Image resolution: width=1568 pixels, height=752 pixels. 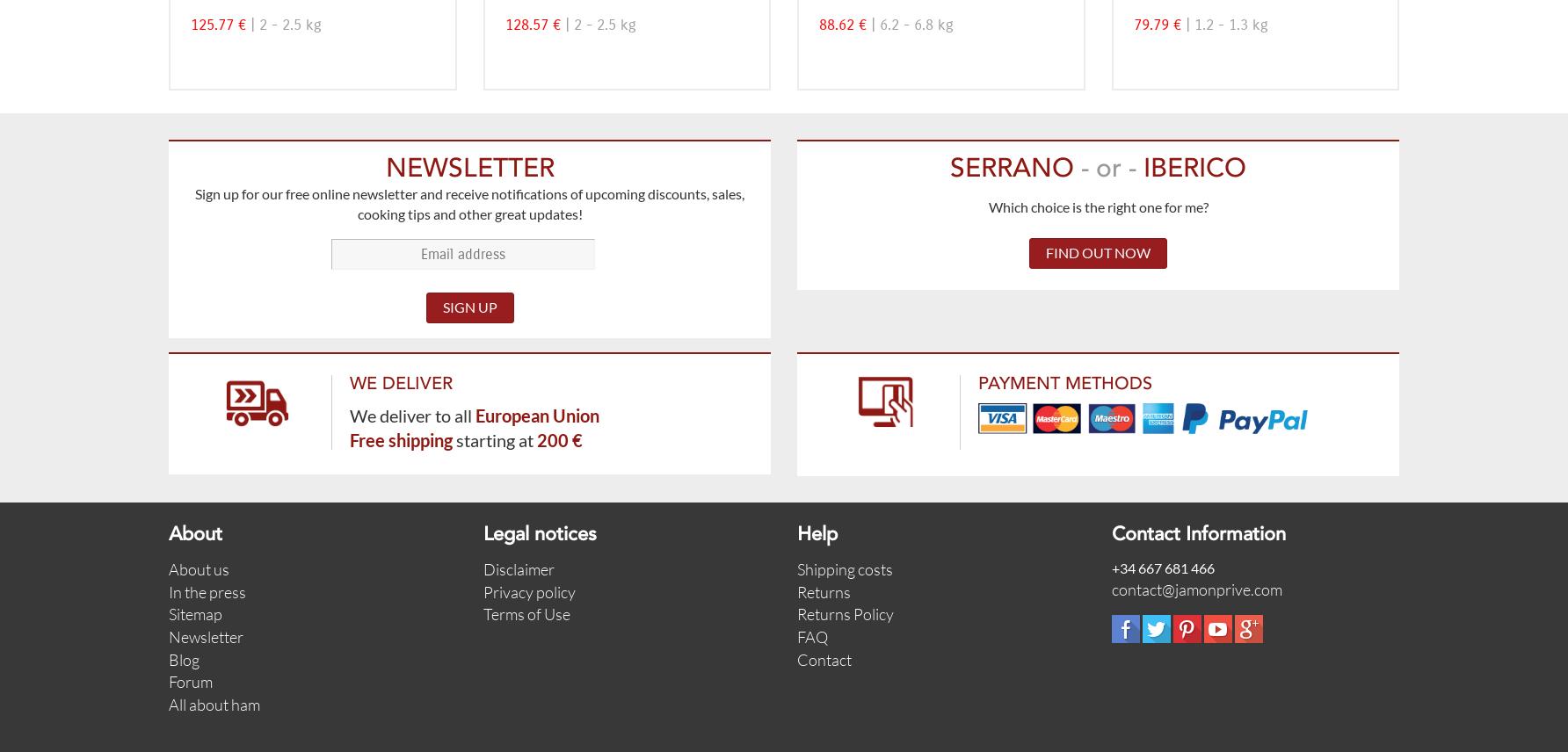 What do you see at coordinates (1196, 588) in the screenshot?
I see `'contact@jamonprive.com'` at bounding box center [1196, 588].